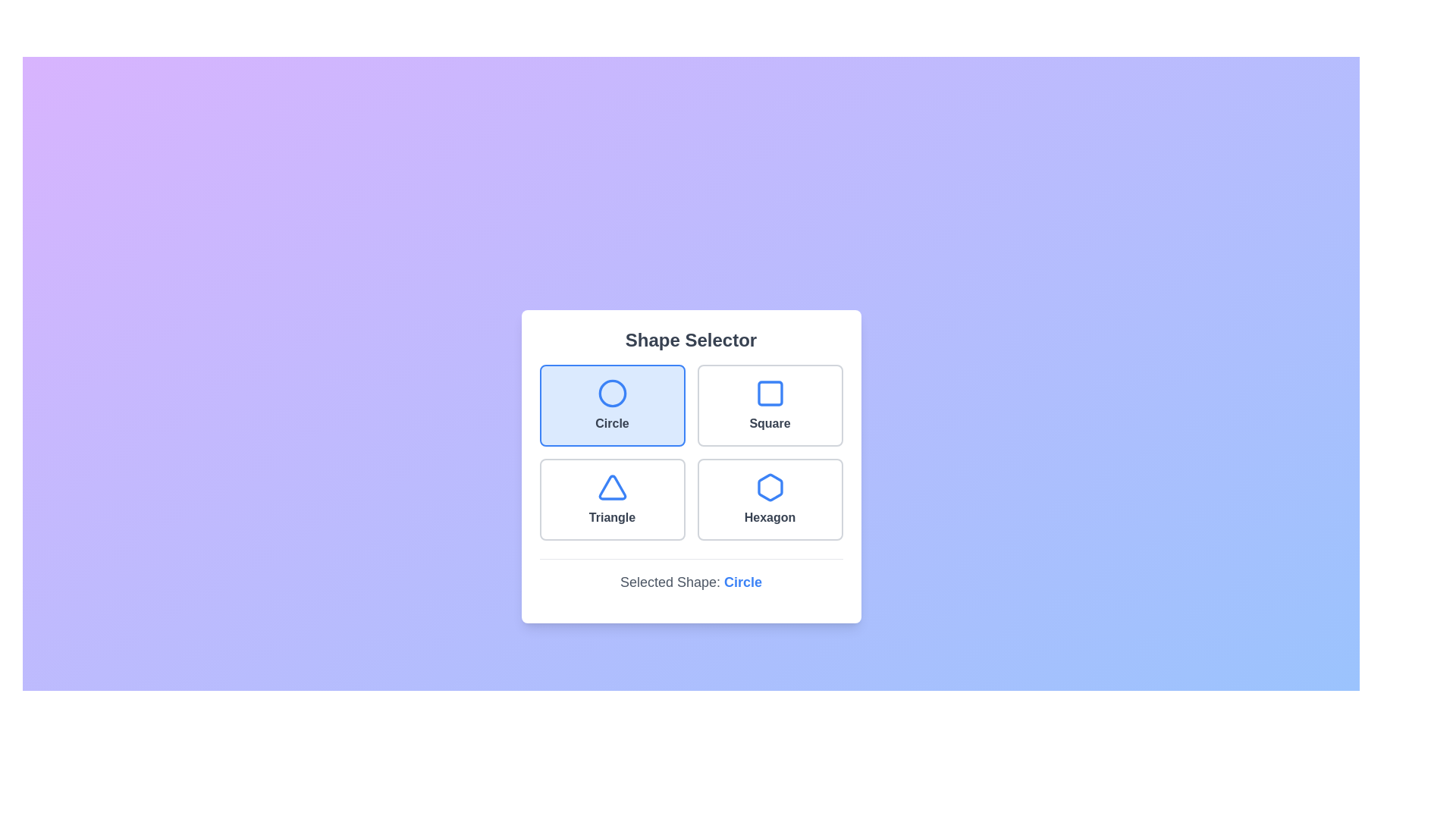 This screenshot has width=1456, height=819. What do you see at coordinates (612, 499) in the screenshot?
I see `the shape Triangle by clicking its button` at bounding box center [612, 499].